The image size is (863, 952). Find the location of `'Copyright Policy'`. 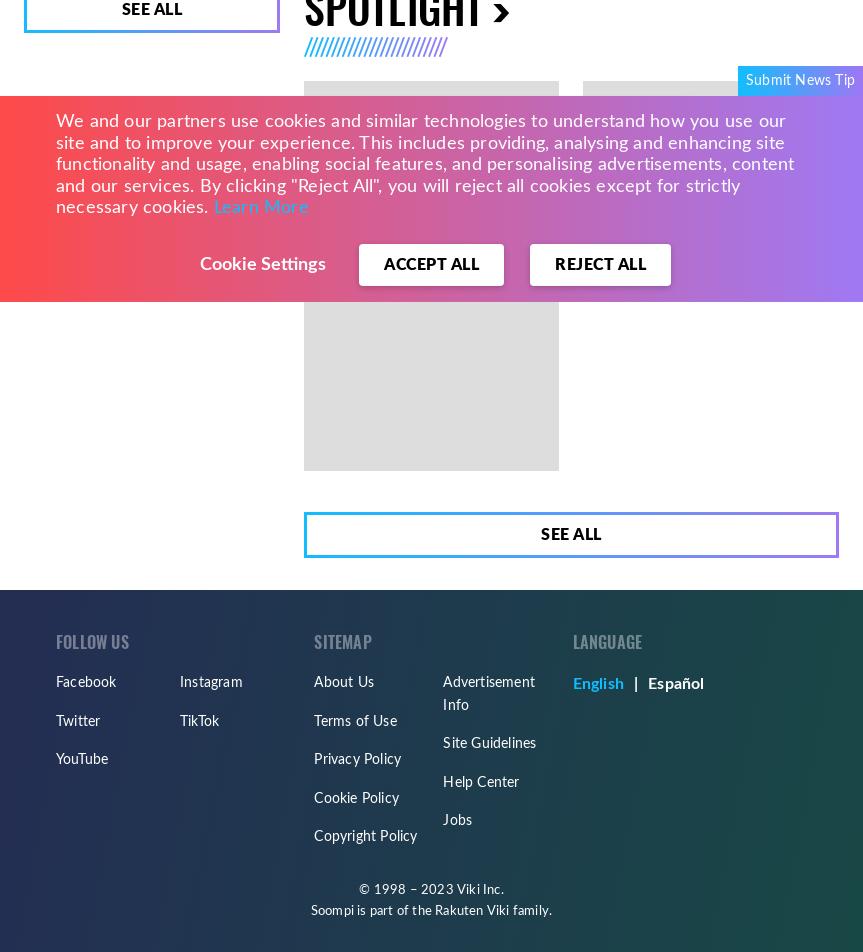

'Copyright Policy' is located at coordinates (365, 836).